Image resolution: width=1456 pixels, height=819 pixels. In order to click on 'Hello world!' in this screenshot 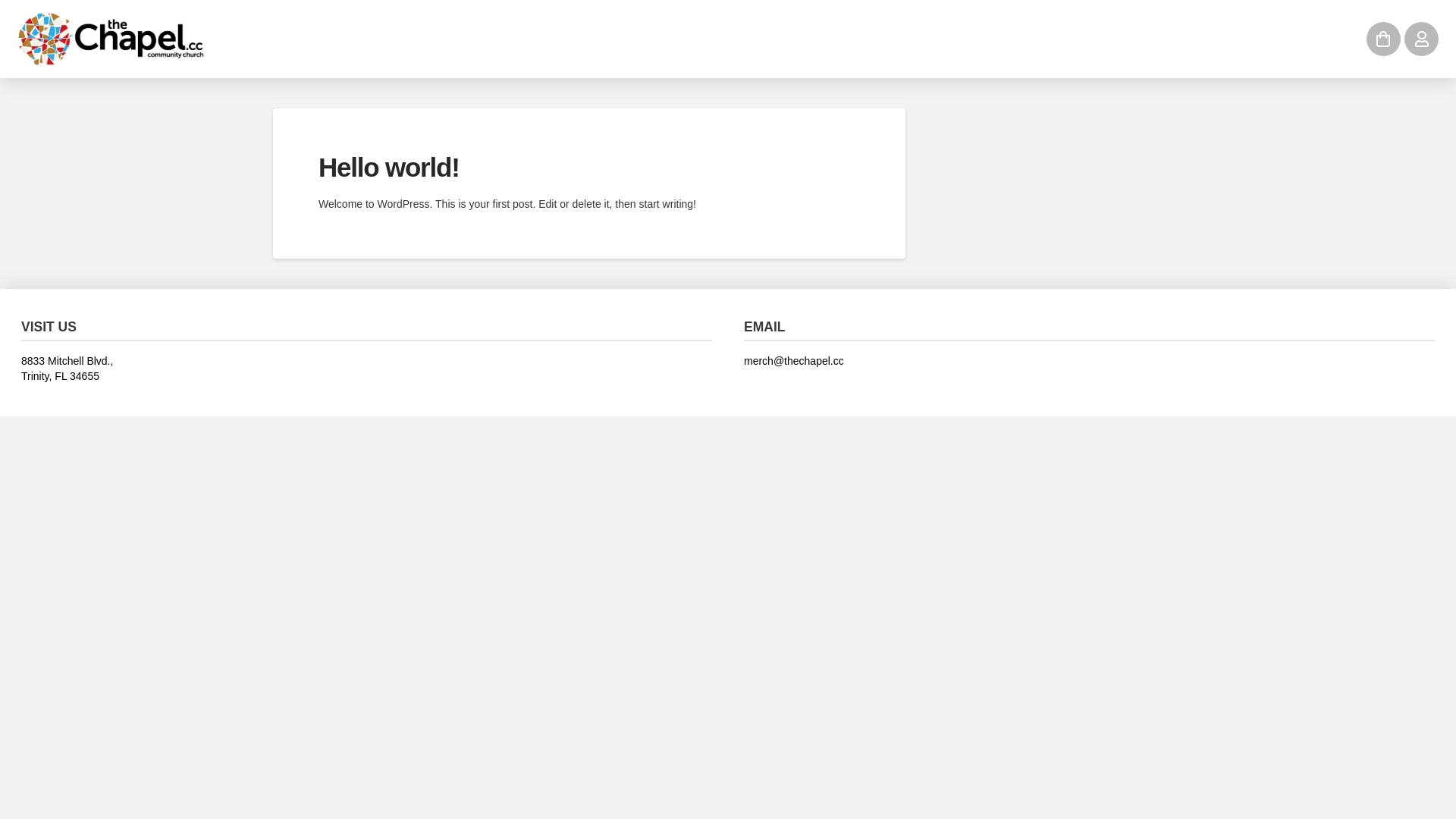, I will do `click(389, 167)`.